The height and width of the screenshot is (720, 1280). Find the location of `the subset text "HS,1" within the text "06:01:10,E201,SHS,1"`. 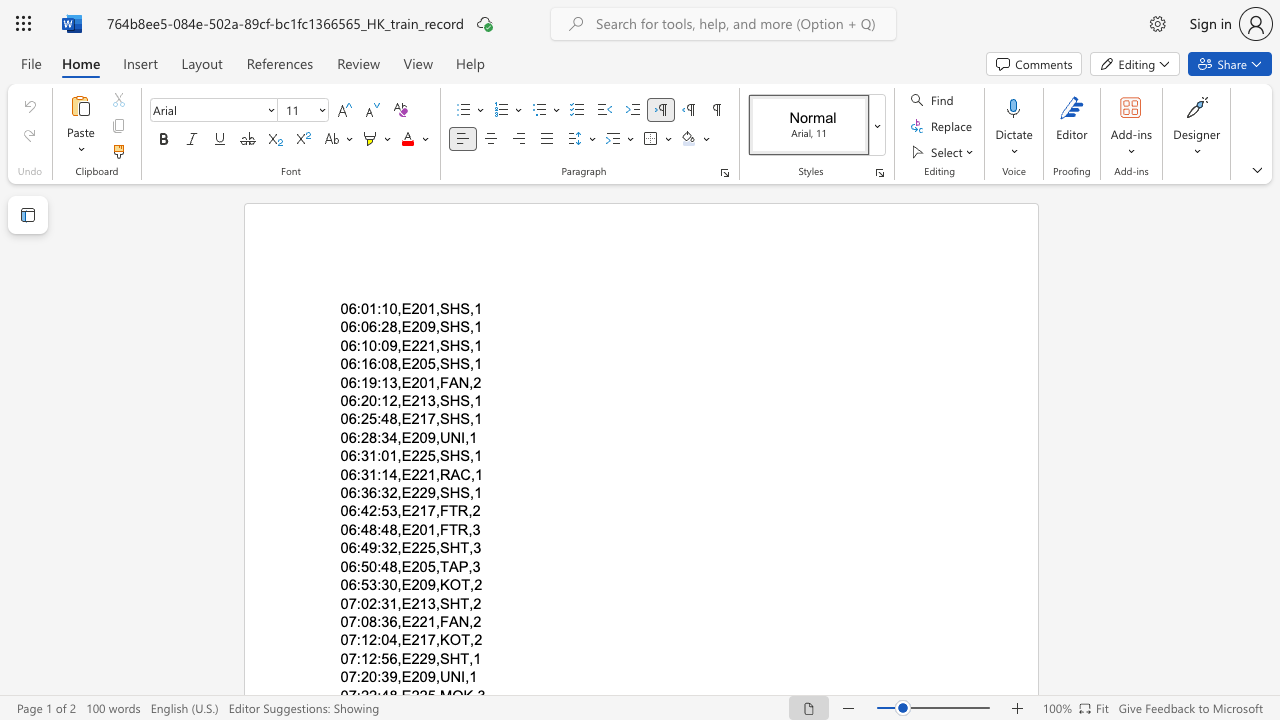

the subset text "HS,1" within the text "06:01:10,E201,SHS,1" is located at coordinates (448, 309).